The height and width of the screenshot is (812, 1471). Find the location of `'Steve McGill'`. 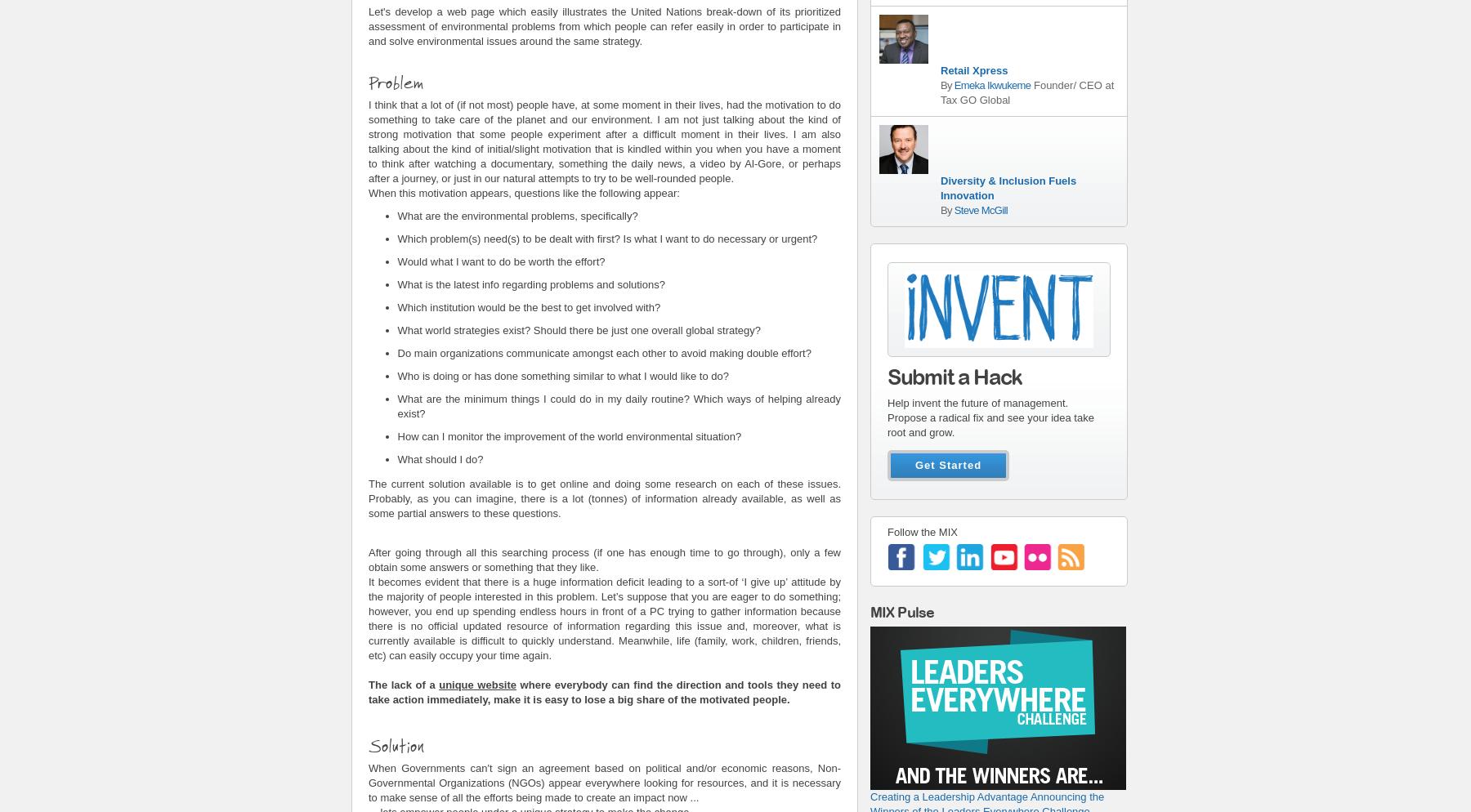

'Steve McGill' is located at coordinates (980, 208).